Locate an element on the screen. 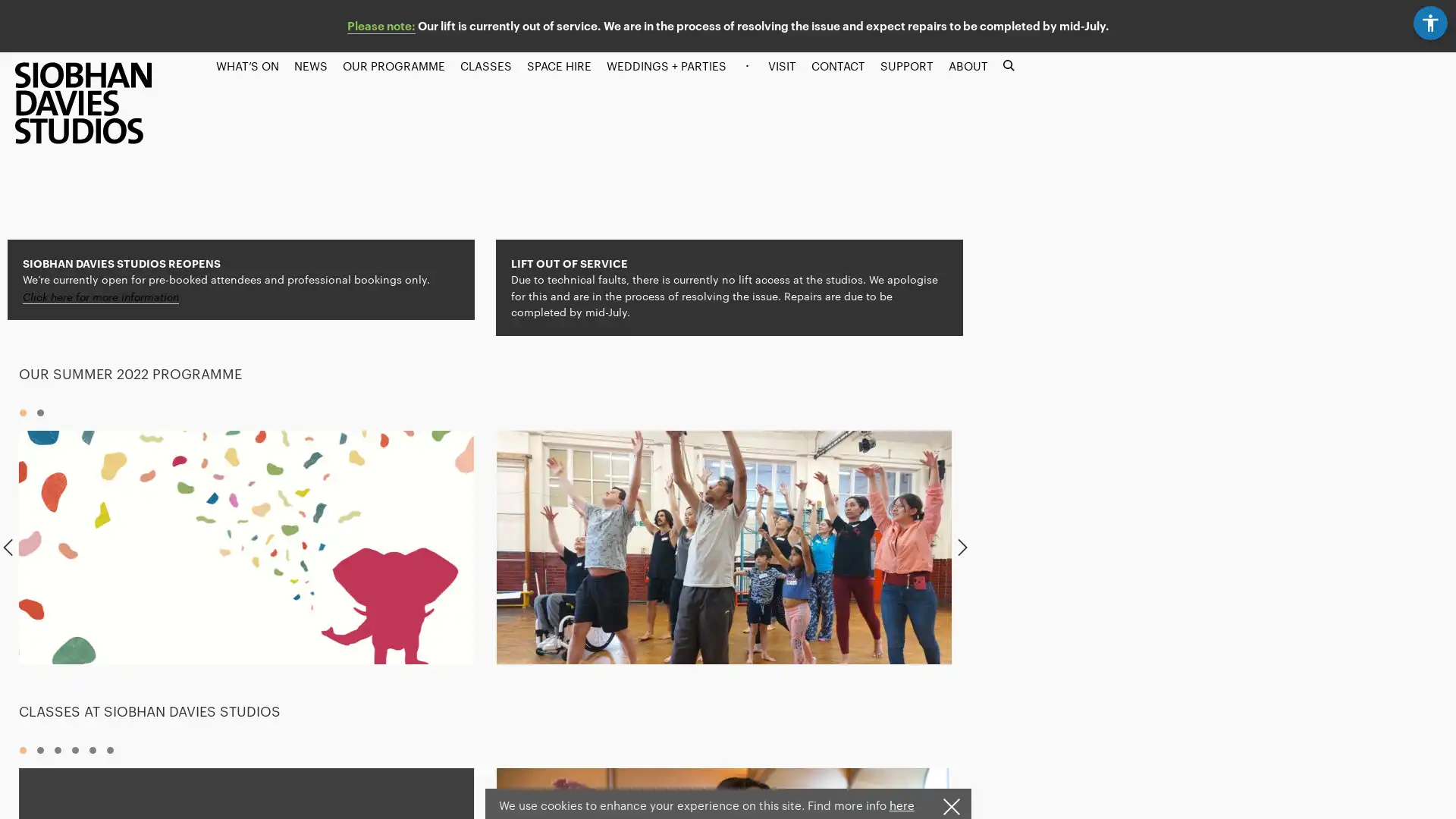  Next is located at coordinates (959, 602).